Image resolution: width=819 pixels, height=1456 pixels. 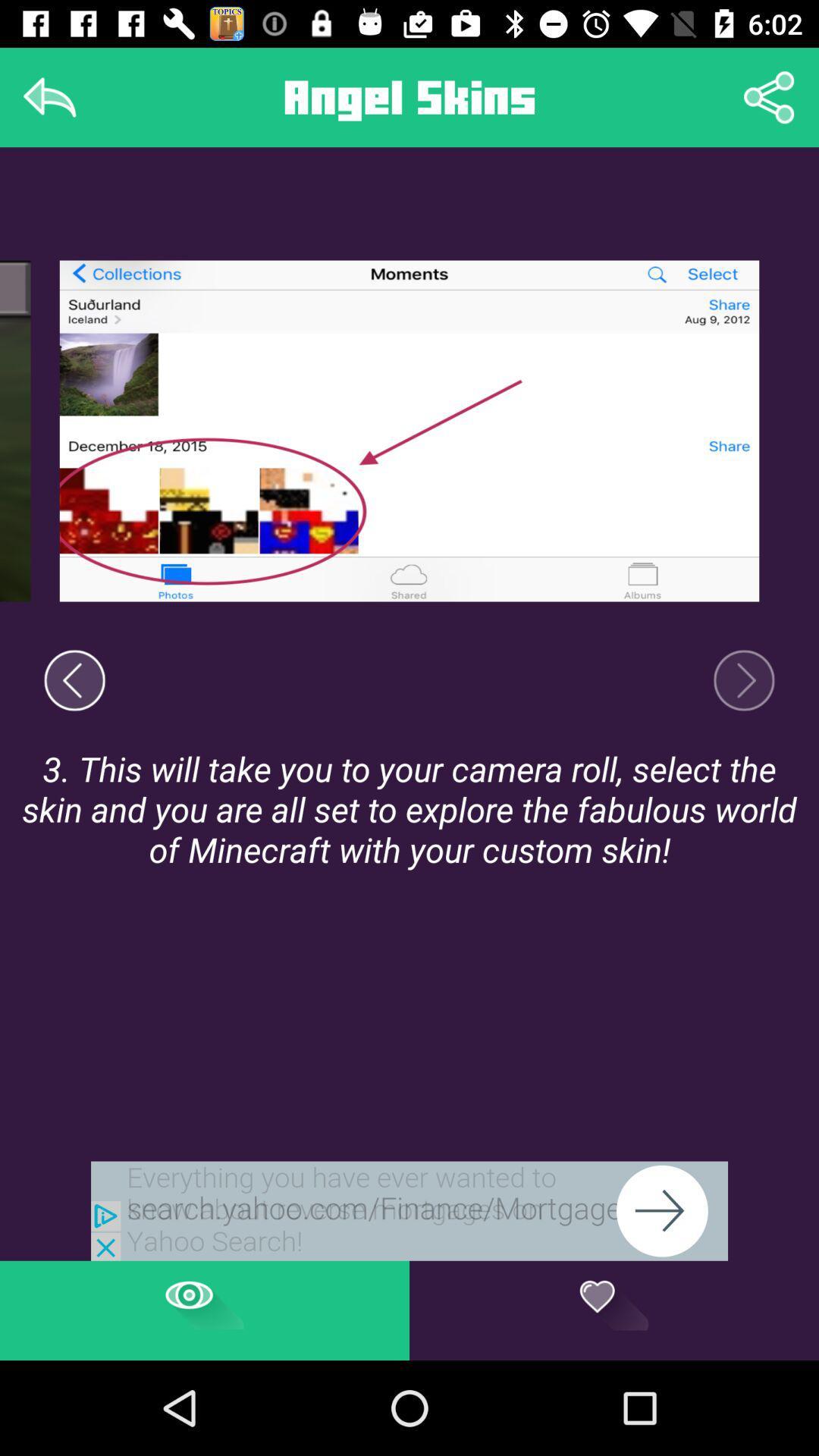 I want to click on the page, so click(x=205, y=1310).